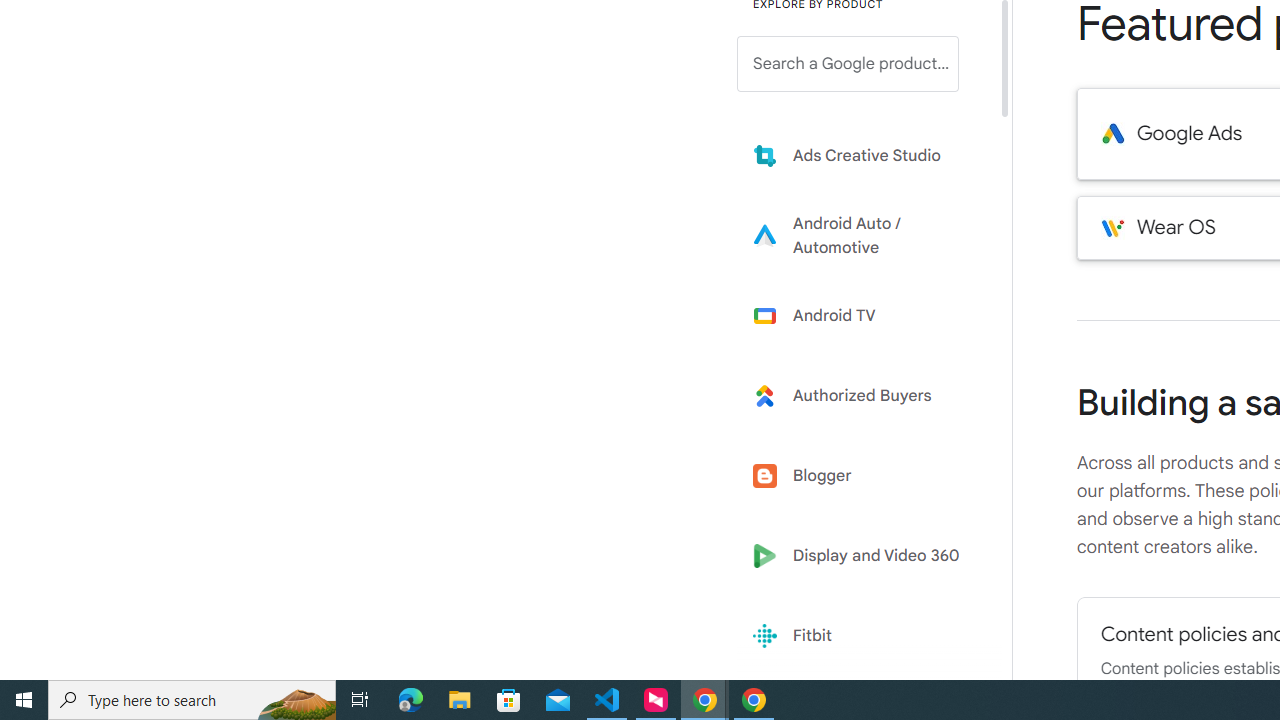 This screenshot has height=720, width=1280. I want to click on 'Search a Google product from below list.', so click(848, 63).